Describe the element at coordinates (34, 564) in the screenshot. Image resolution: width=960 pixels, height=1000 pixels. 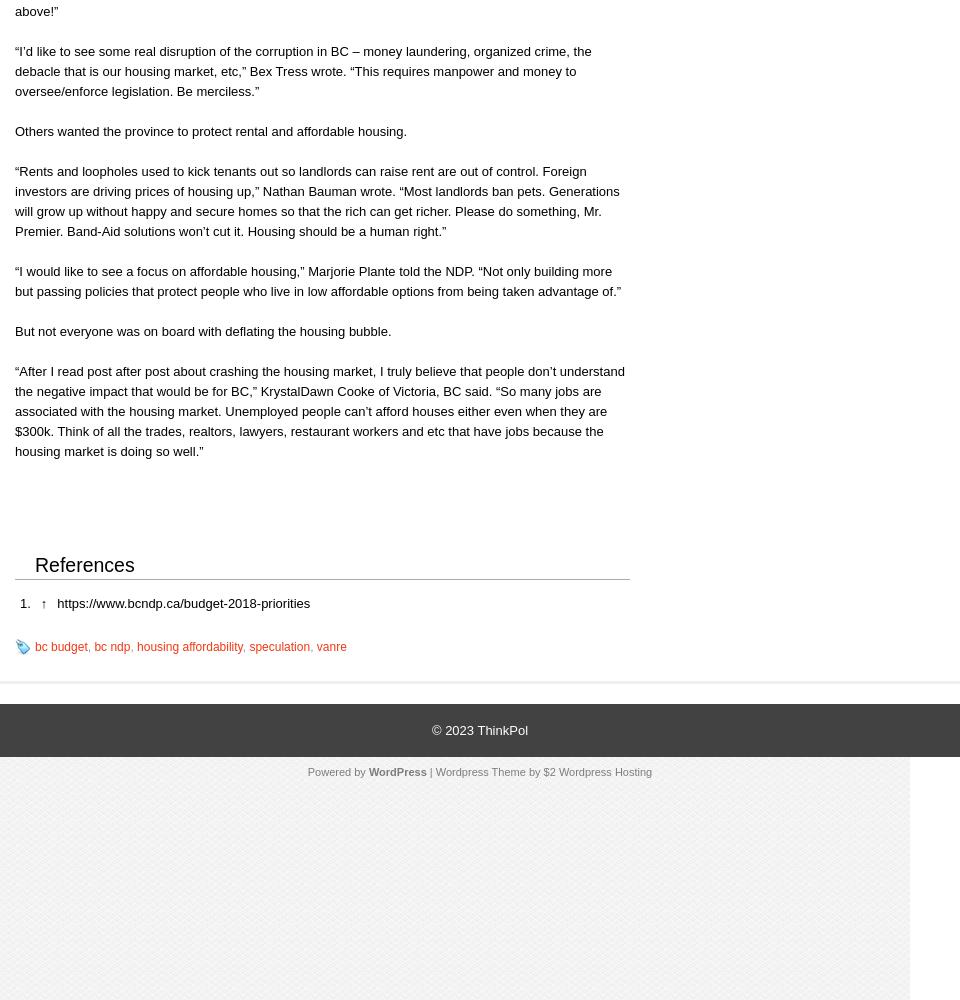
I see `'References'` at that location.